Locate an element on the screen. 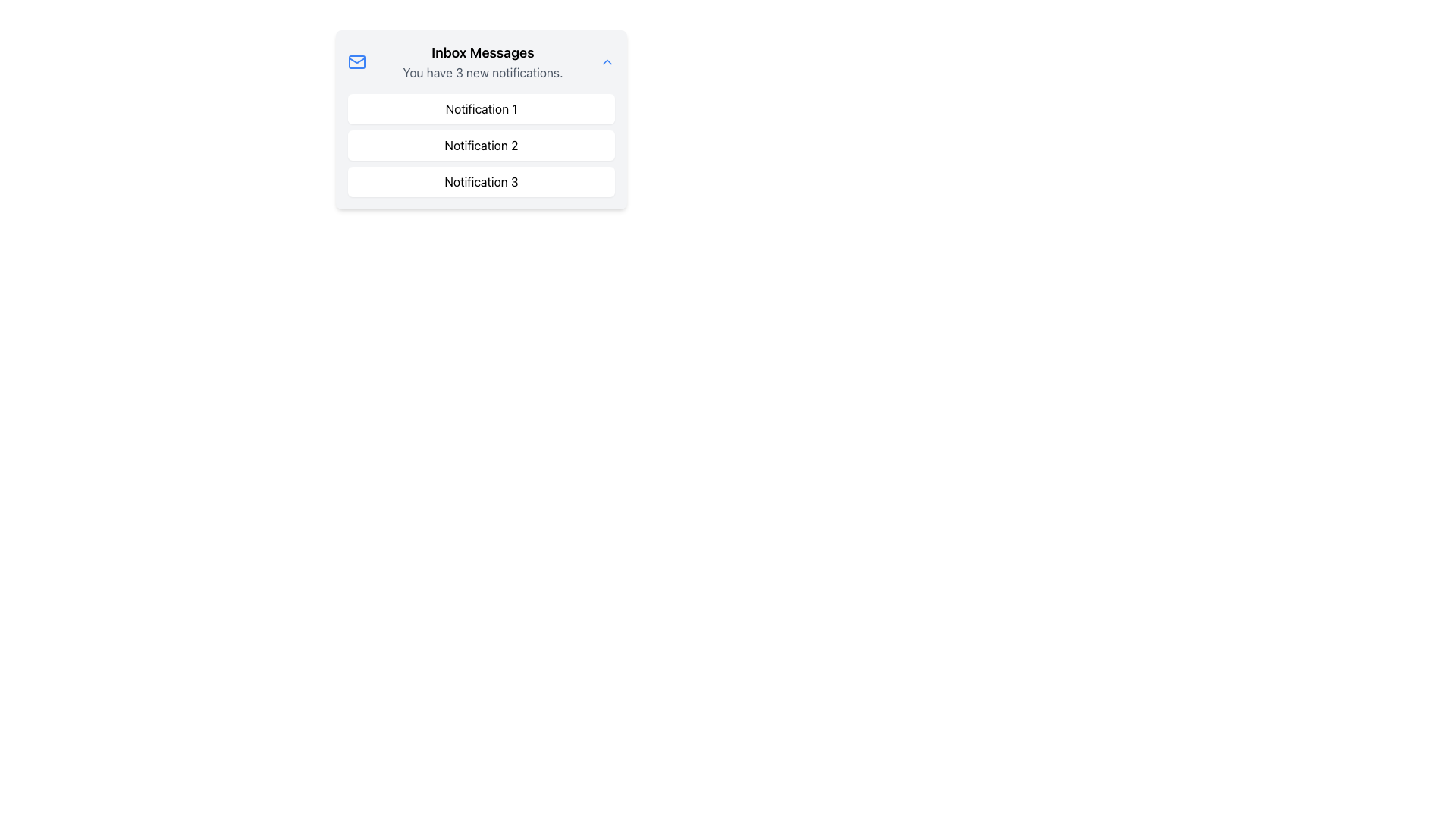  the Icon button located to the far-right of the header, adjacent to the 'Inbox Messages' text is located at coordinates (607, 61).